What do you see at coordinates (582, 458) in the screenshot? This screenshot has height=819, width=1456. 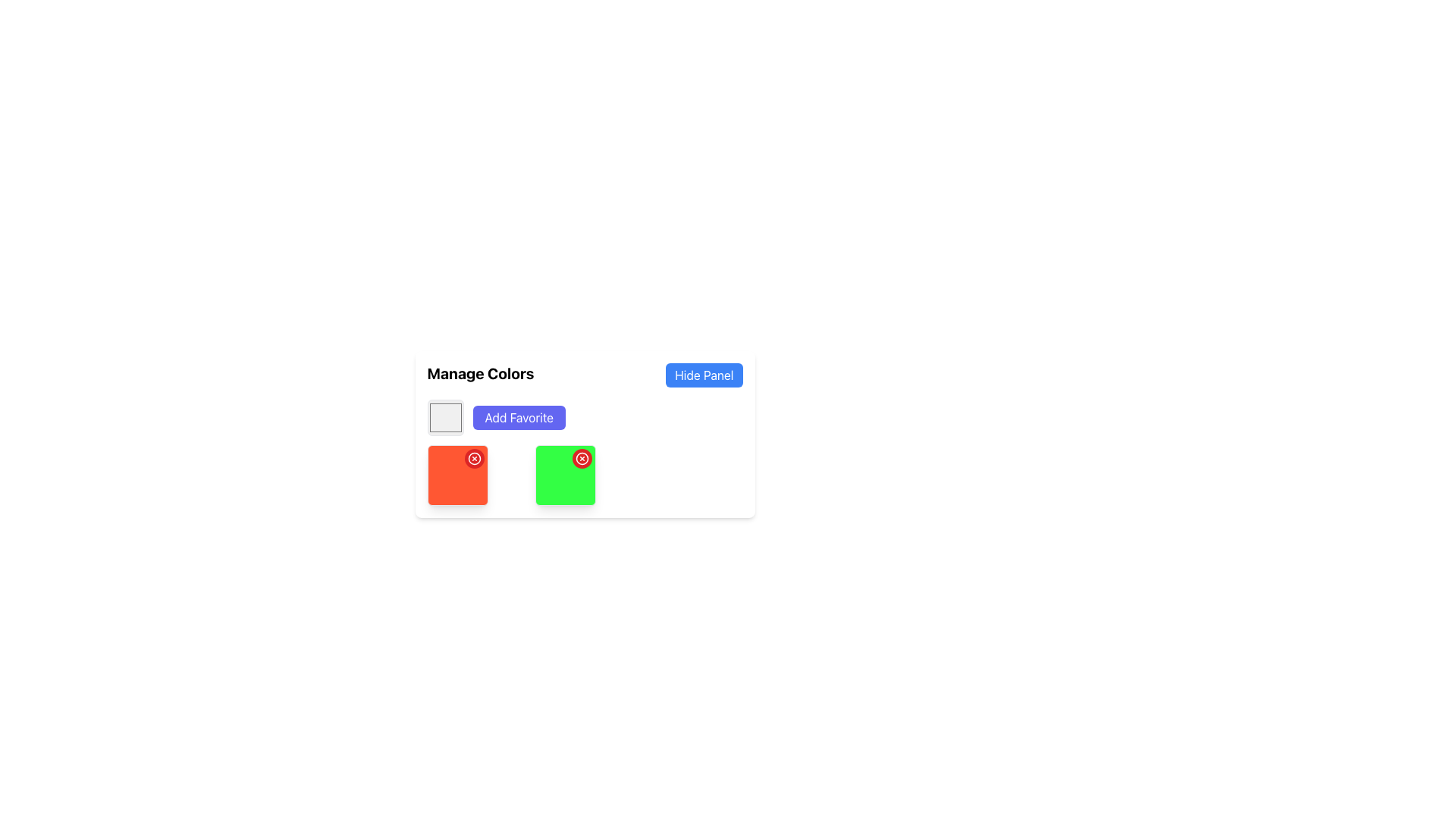 I see `the Circular Close/Delete Icon located at the top-right corner of the green square block` at bounding box center [582, 458].